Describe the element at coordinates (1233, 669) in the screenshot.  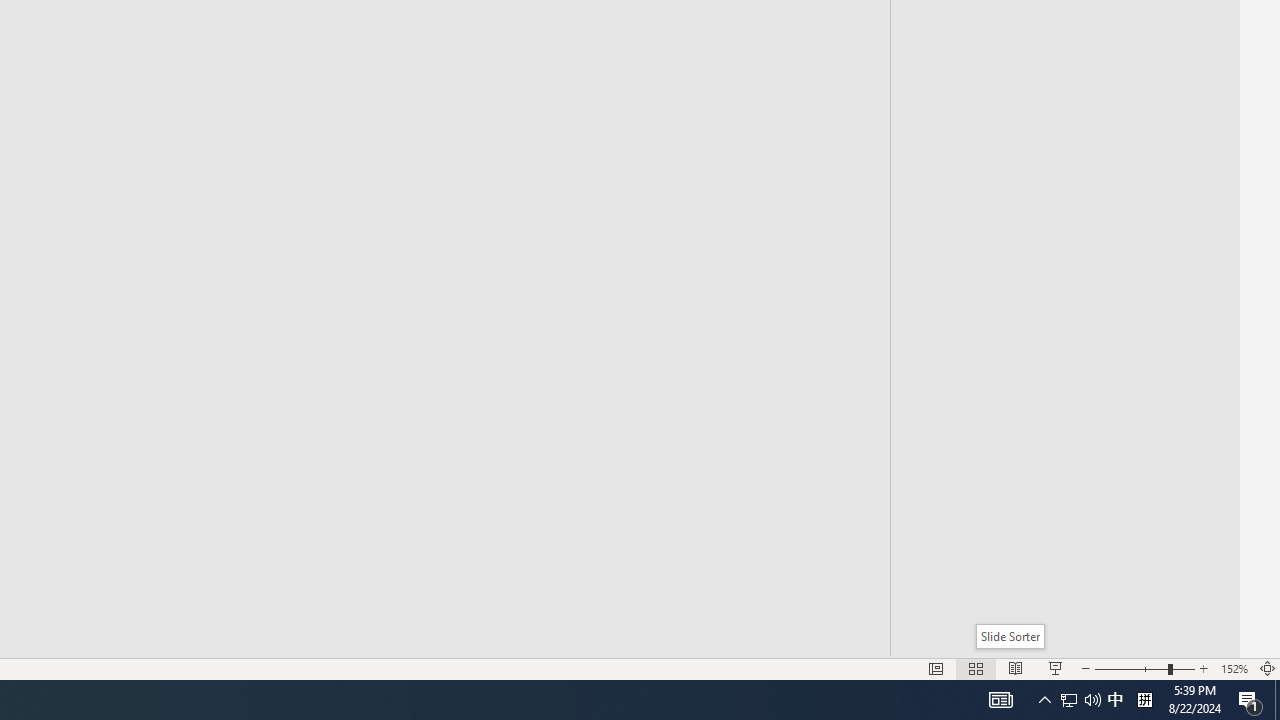
I see `'Zoom 152%'` at that location.